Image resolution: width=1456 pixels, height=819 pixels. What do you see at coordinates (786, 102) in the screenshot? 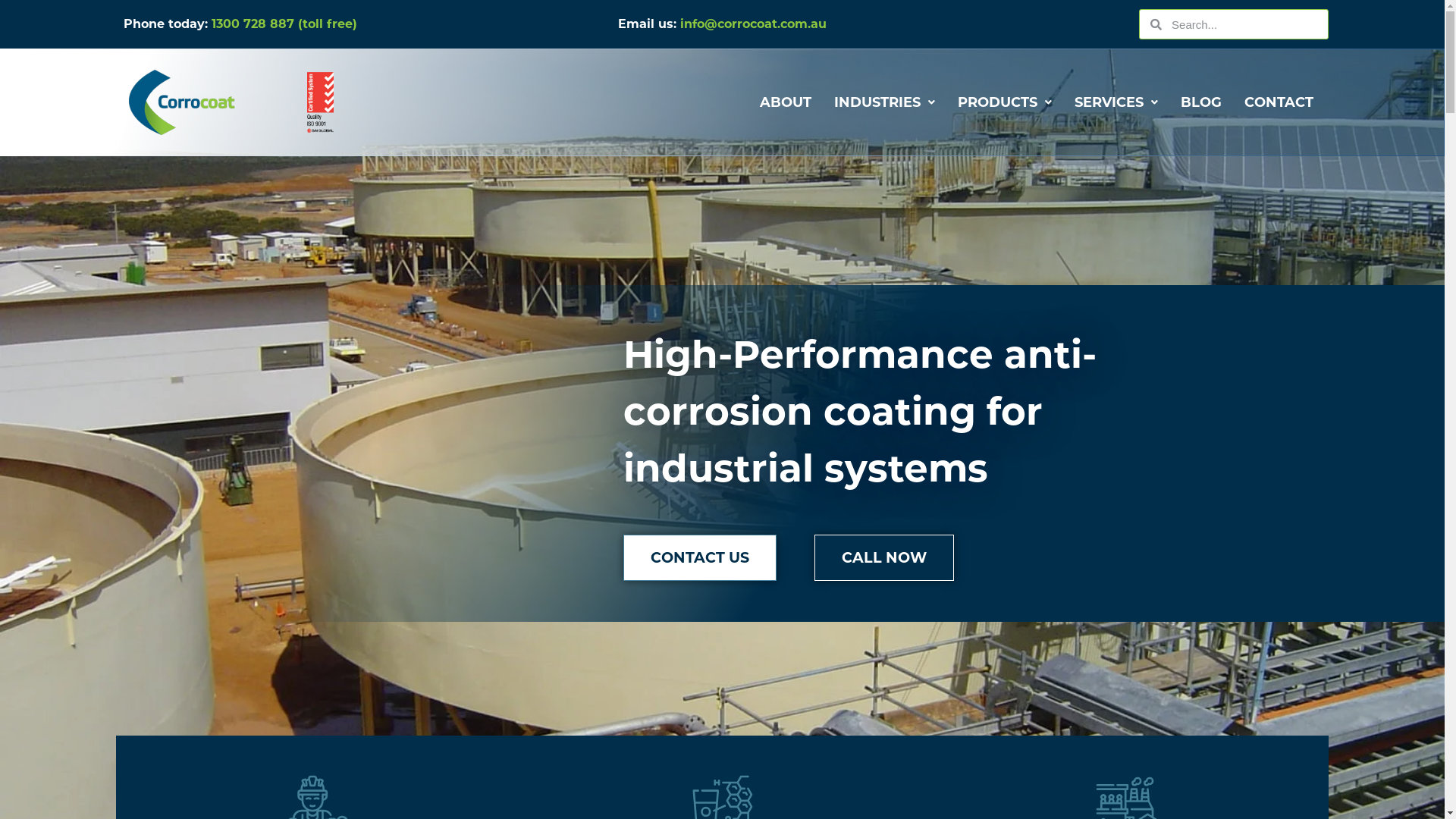
I see `'ABOUT'` at bounding box center [786, 102].